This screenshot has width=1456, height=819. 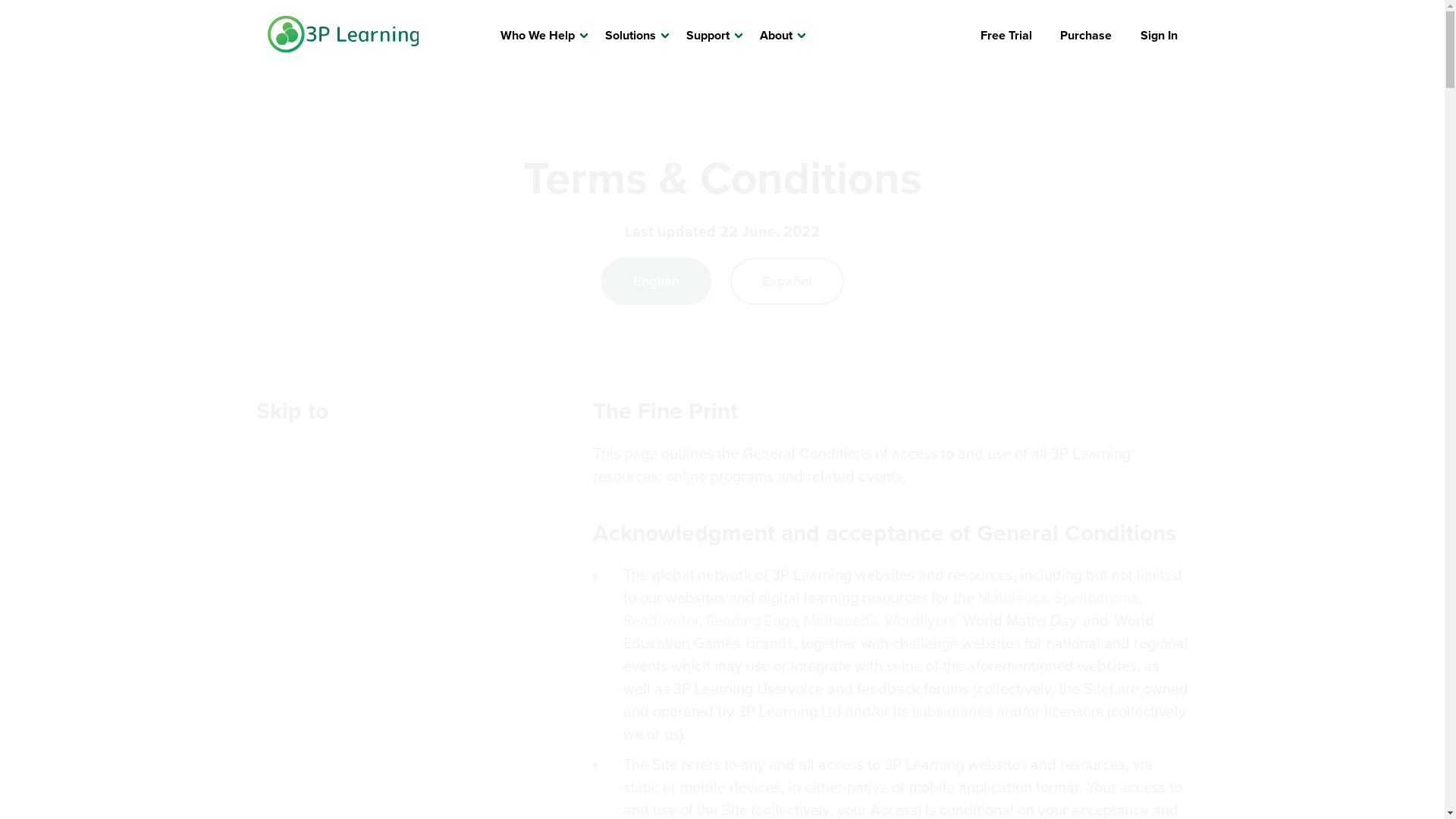 What do you see at coordinates (776, 34) in the screenshot?
I see `'About'` at bounding box center [776, 34].